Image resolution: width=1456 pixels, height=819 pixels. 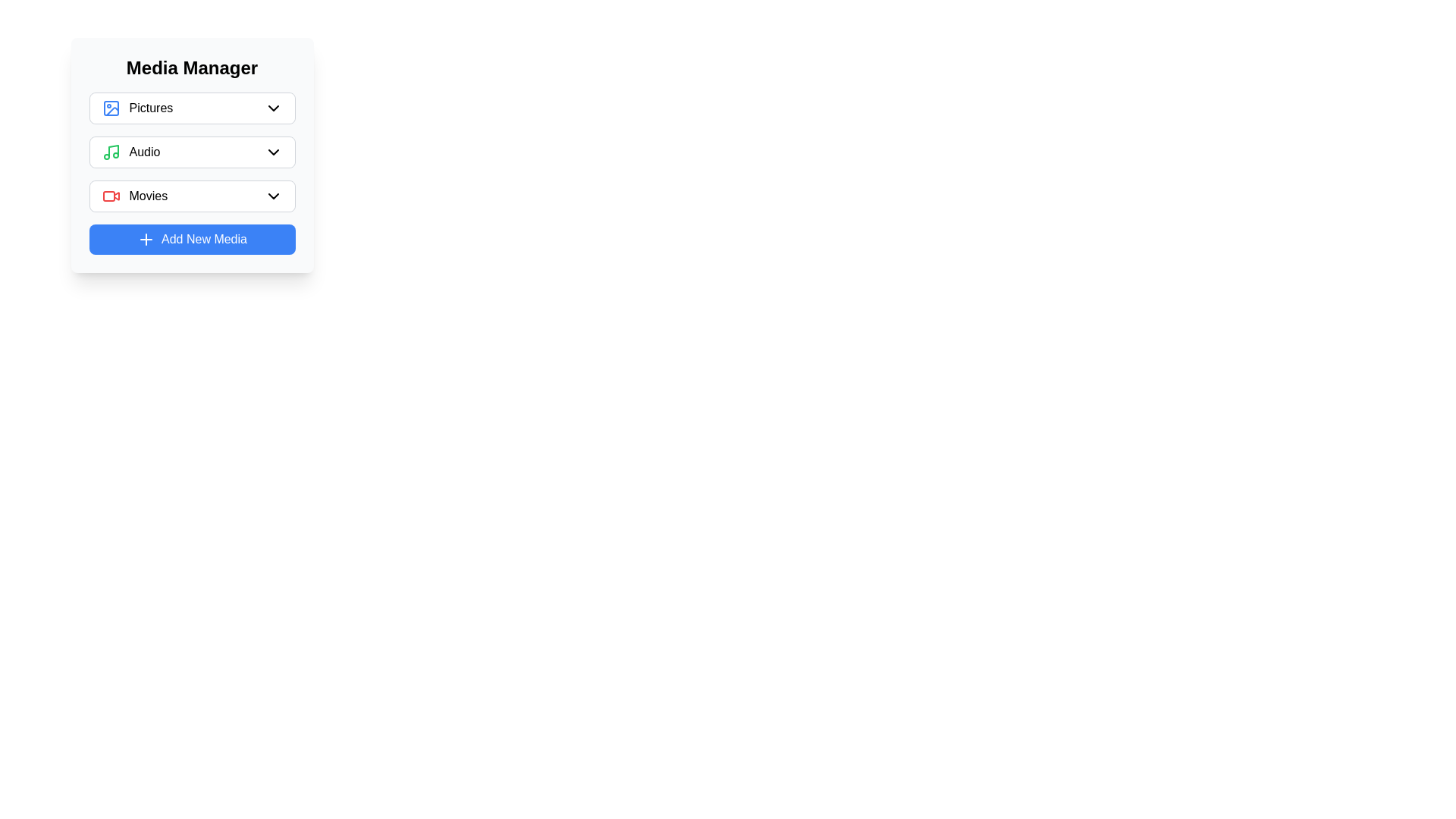 What do you see at coordinates (191, 107) in the screenshot?
I see `the 'Pictures' interactive list item within the 'Media Manager' card for keyboard navigation` at bounding box center [191, 107].